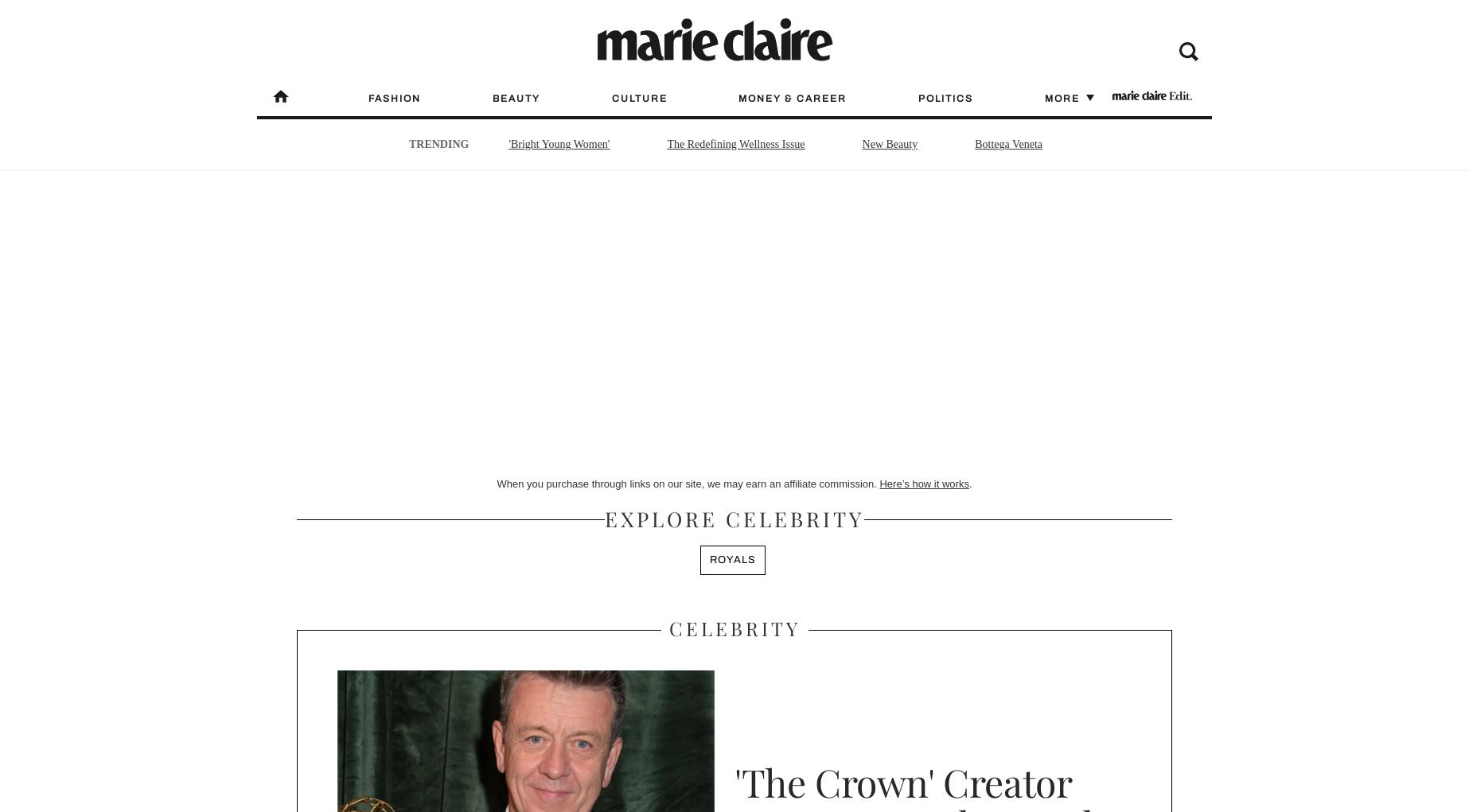 The image size is (1469, 812). What do you see at coordinates (1008, 143) in the screenshot?
I see `'Bottega Veneta'` at bounding box center [1008, 143].